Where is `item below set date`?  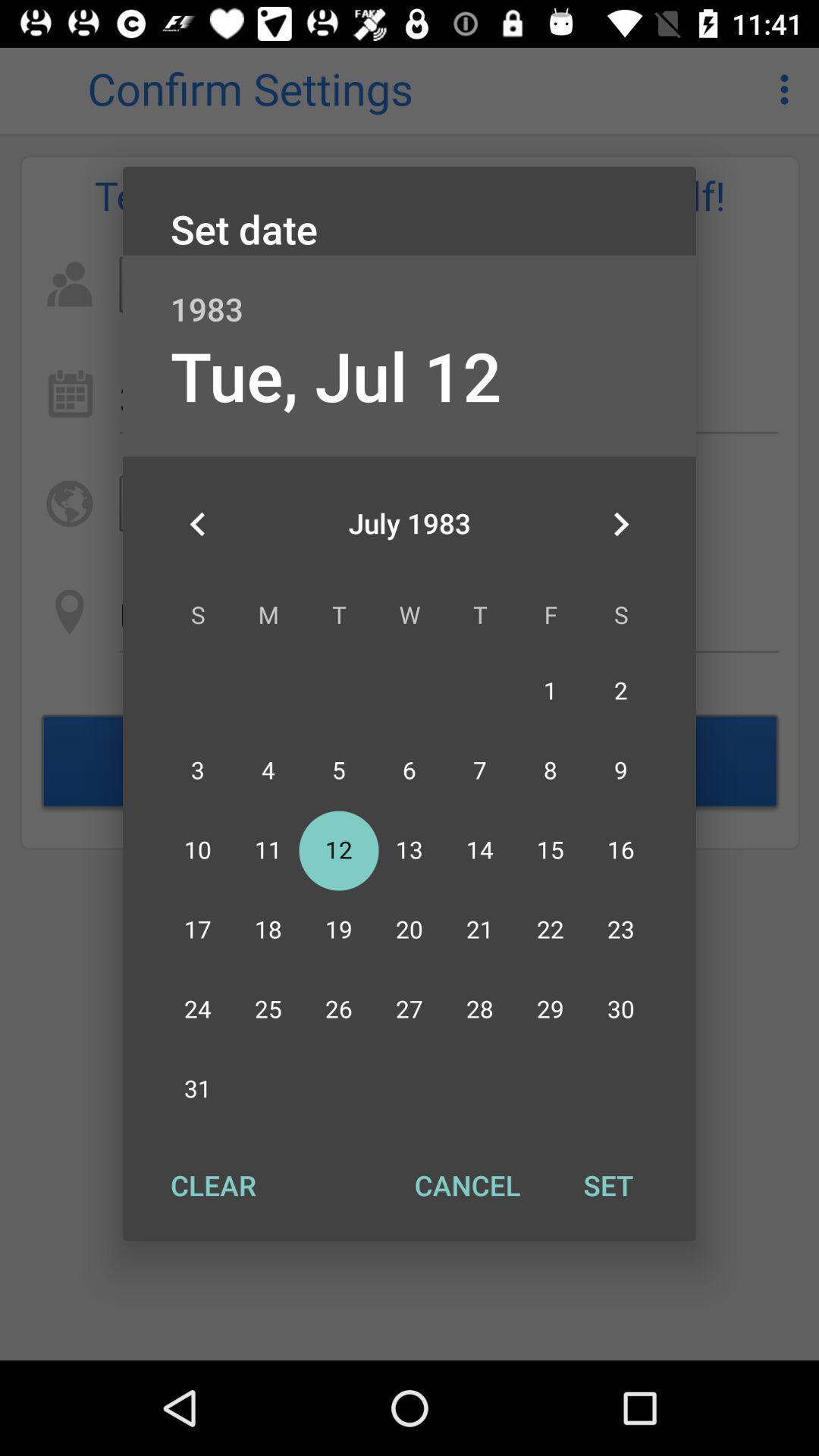 item below set date is located at coordinates (409, 293).